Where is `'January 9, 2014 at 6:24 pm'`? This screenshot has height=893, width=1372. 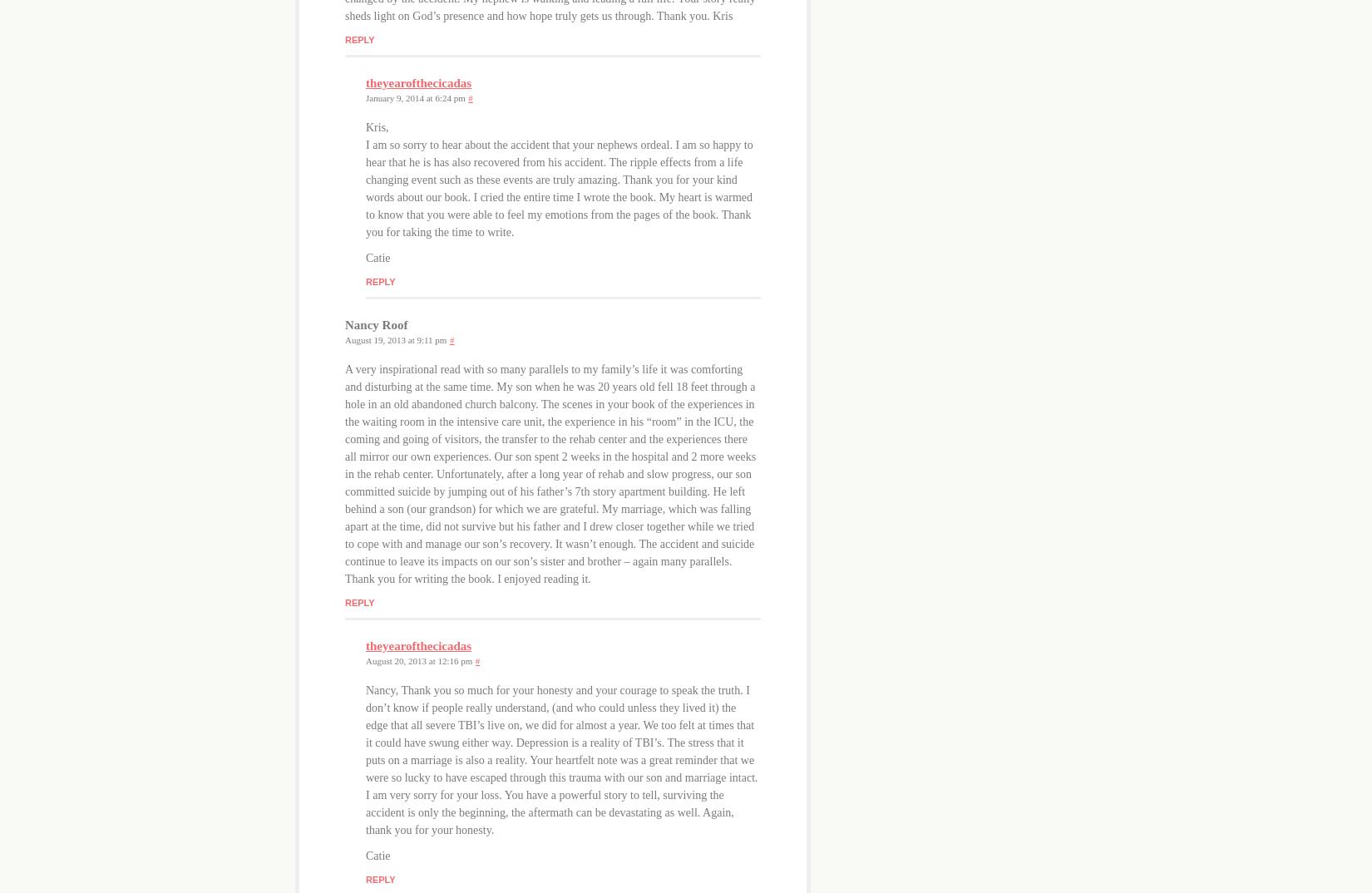 'January 9, 2014 at 6:24 pm' is located at coordinates (414, 96).